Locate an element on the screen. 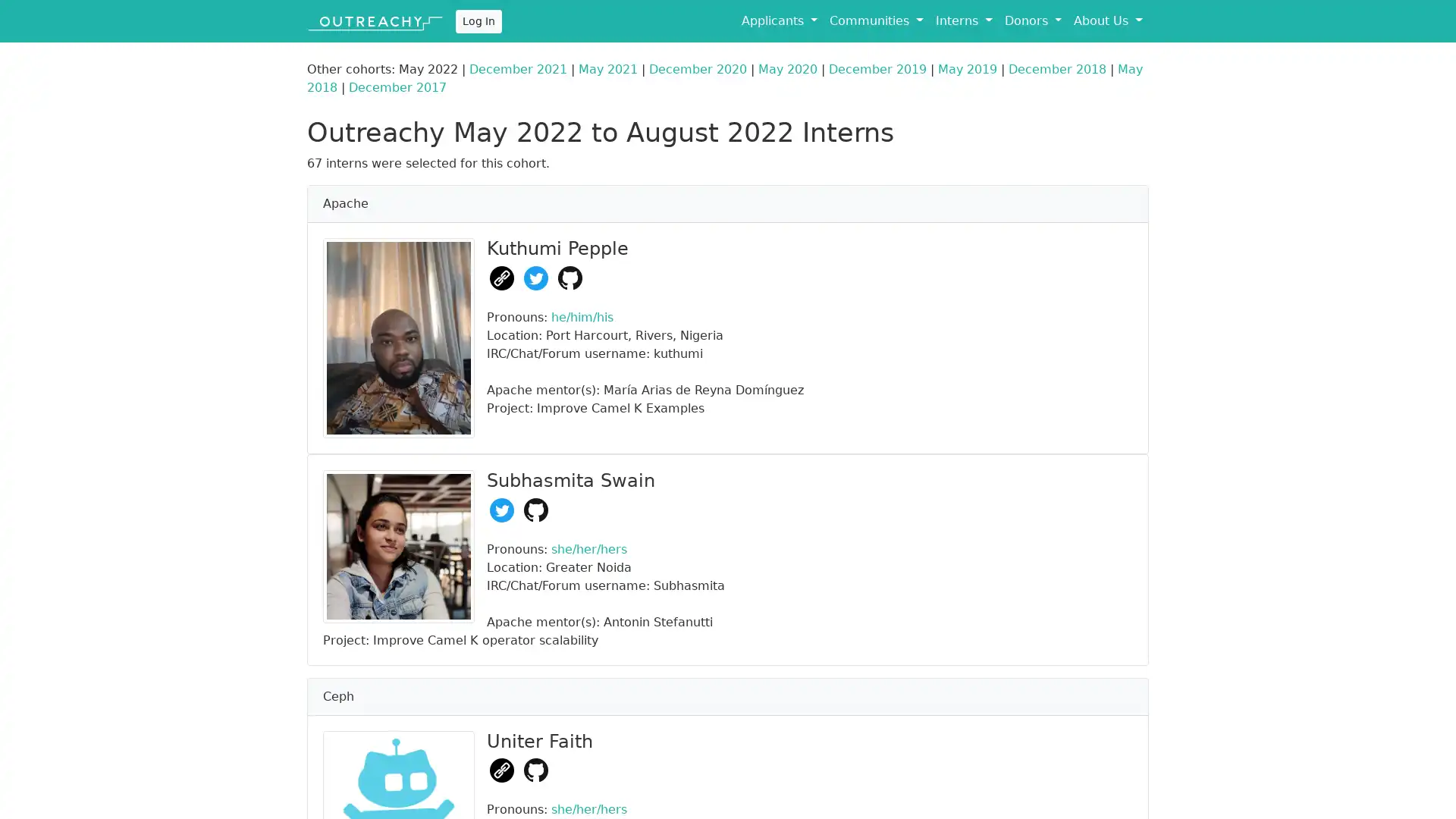 This screenshot has width=1456, height=819. Log In is located at coordinates (478, 20).